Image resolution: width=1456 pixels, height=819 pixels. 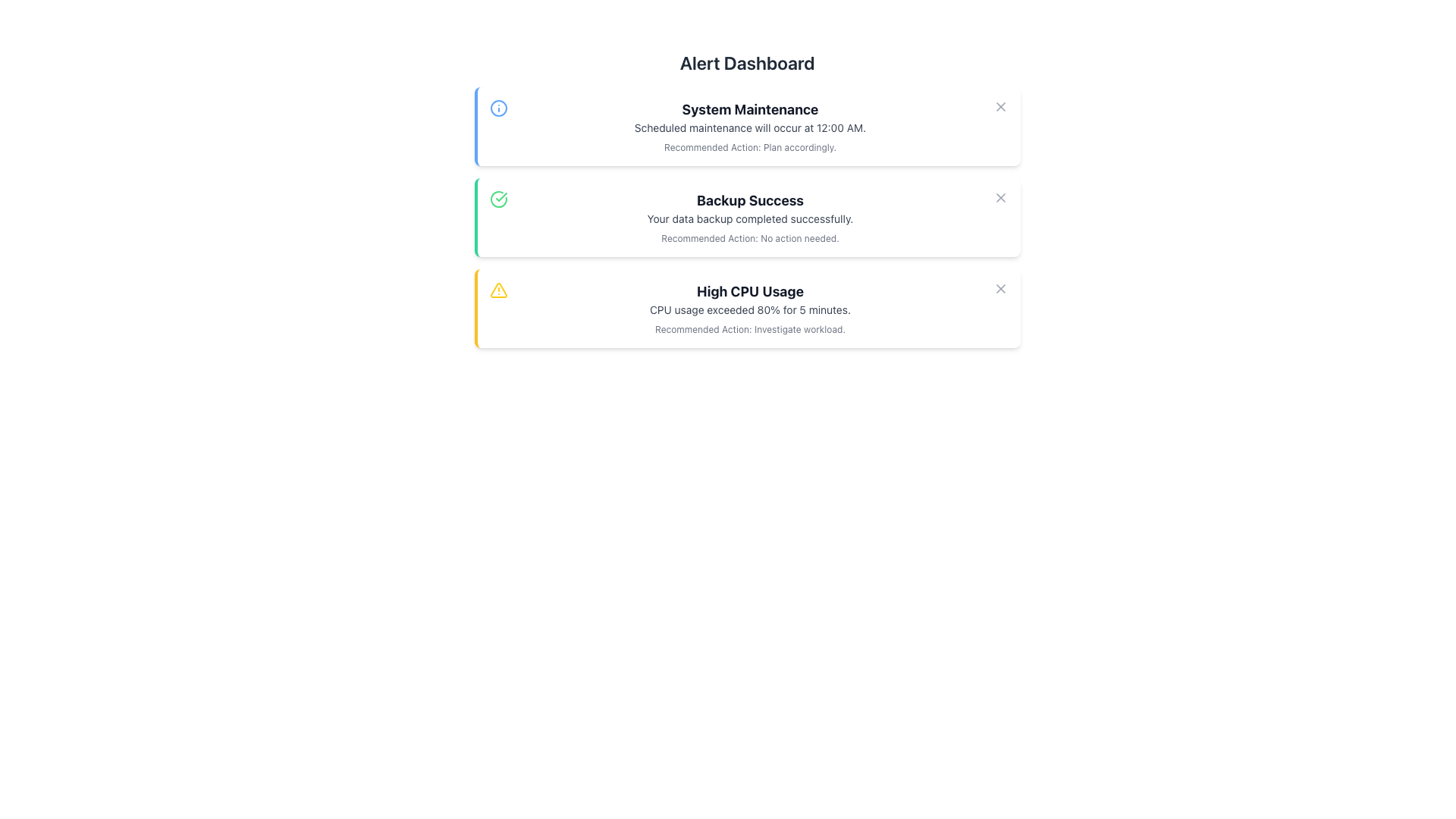 What do you see at coordinates (750, 308) in the screenshot?
I see `alert information from the 'High CPU Usage' notification card, which is the third card in the vertical stack and has a white background with a yellow left border` at bounding box center [750, 308].